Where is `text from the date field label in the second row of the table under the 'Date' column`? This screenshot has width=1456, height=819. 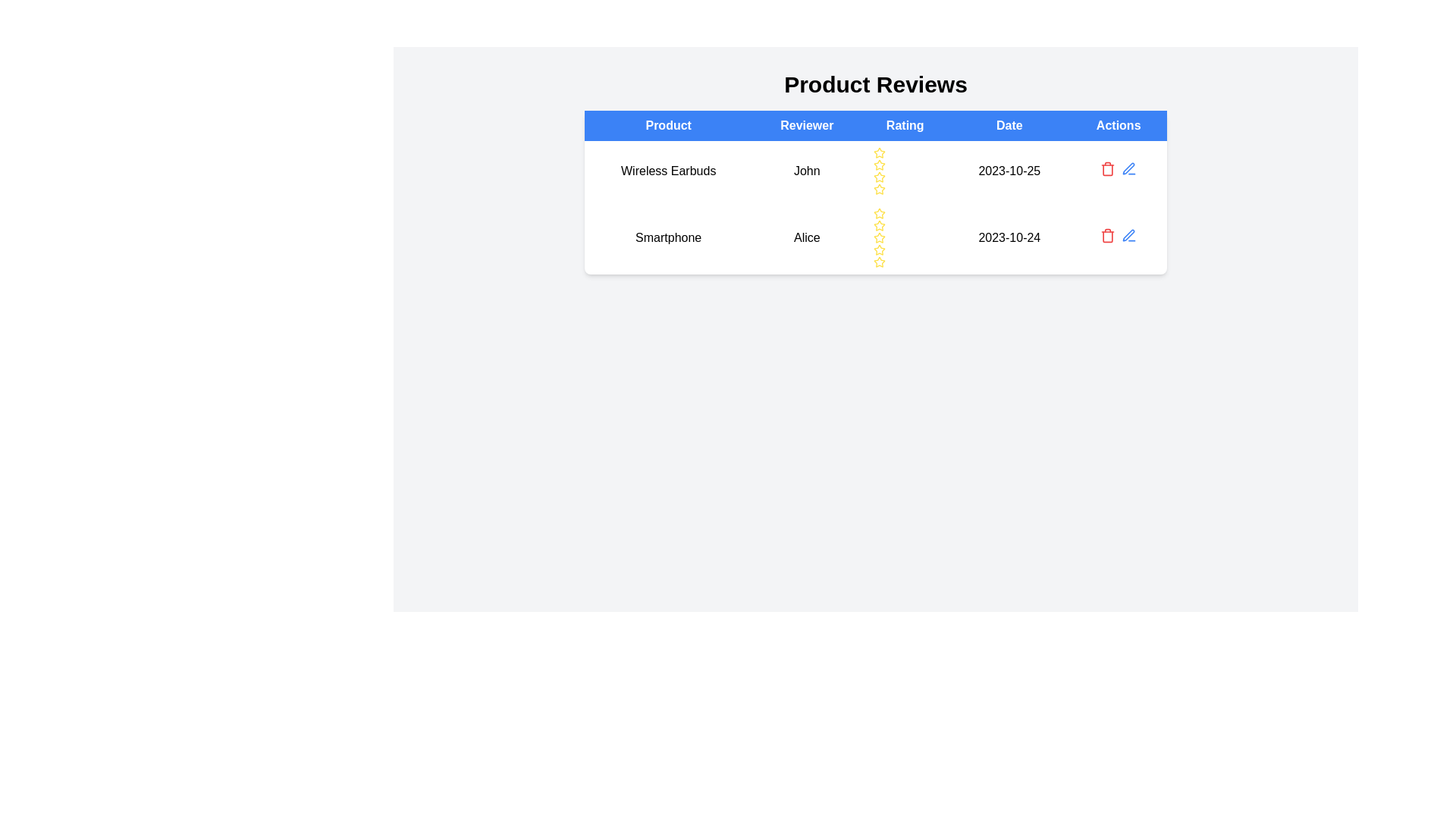 text from the date field label in the second row of the table under the 'Date' column is located at coordinates (1009, 237).